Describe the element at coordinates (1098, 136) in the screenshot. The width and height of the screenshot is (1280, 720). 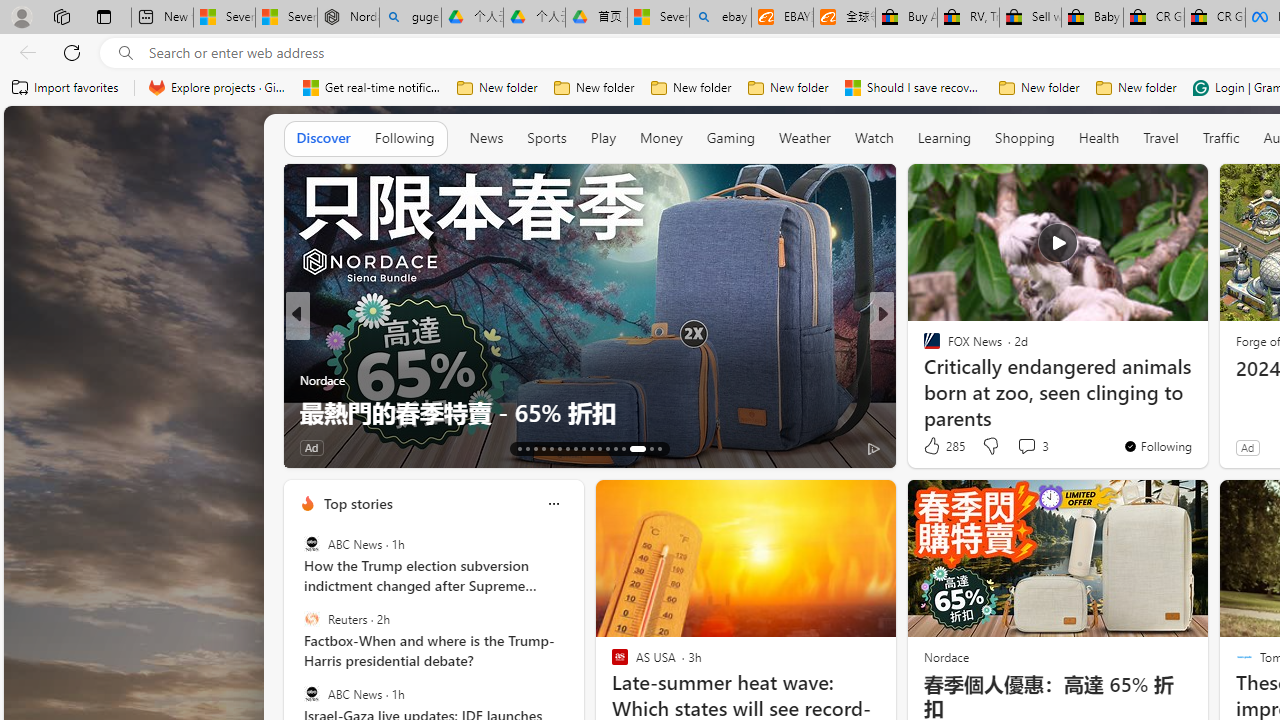
I see `'Health'` at that location.